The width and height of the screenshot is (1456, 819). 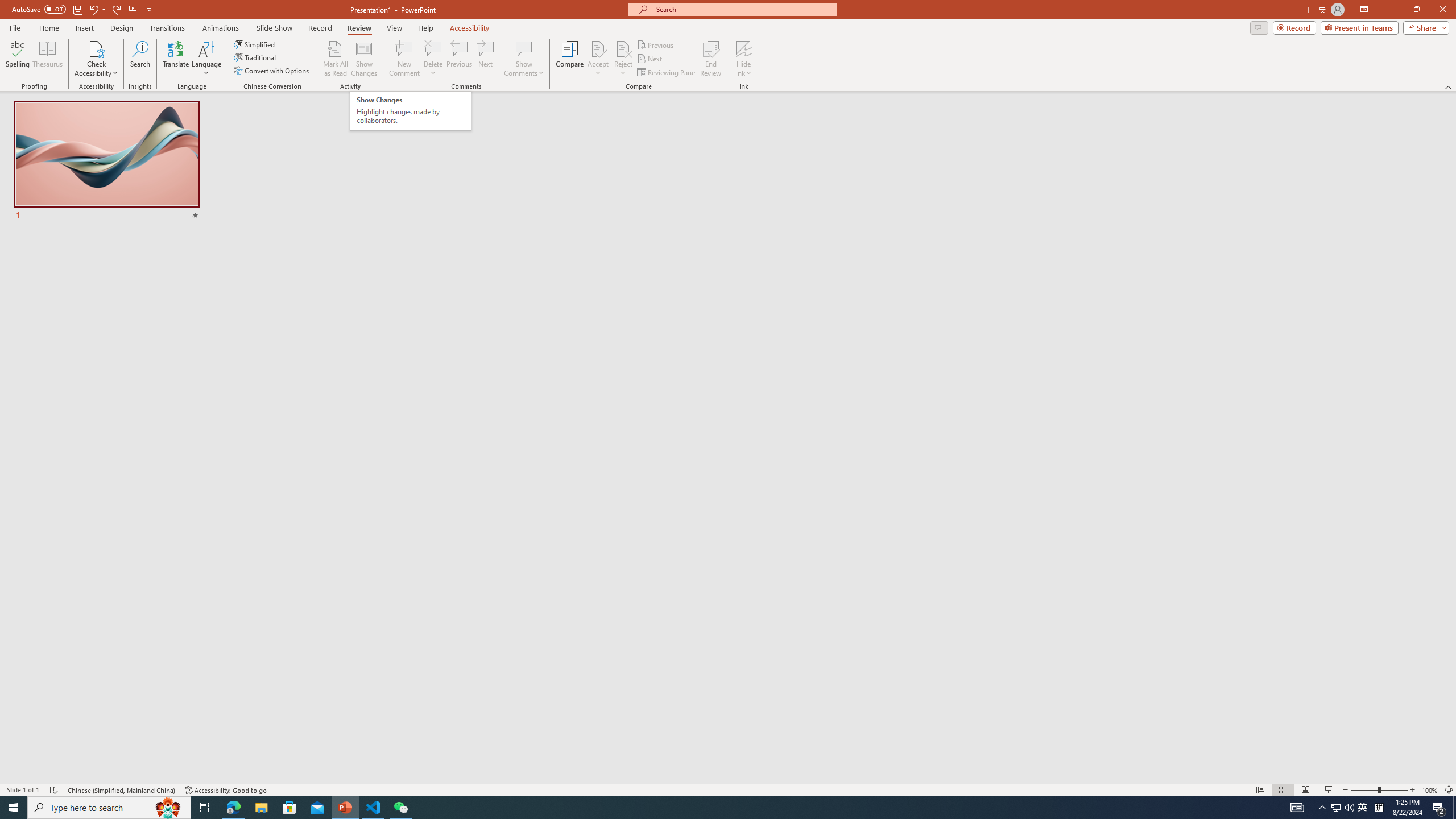 What do you see at coordinates (622, 48) in the screenshot?
I see `'Reject Change'` at bounding box center [622, 48].